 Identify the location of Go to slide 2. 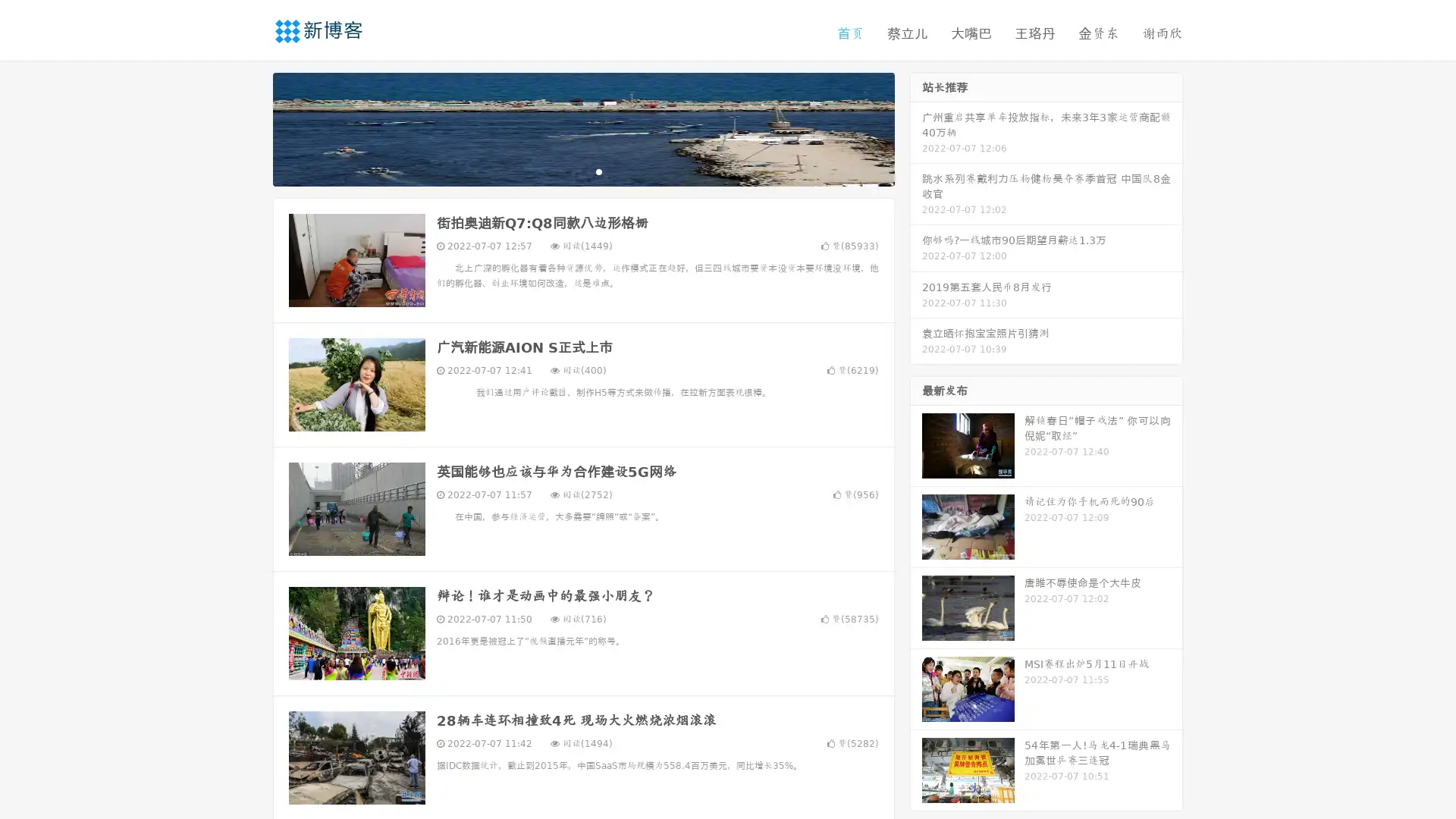
(582, 171).